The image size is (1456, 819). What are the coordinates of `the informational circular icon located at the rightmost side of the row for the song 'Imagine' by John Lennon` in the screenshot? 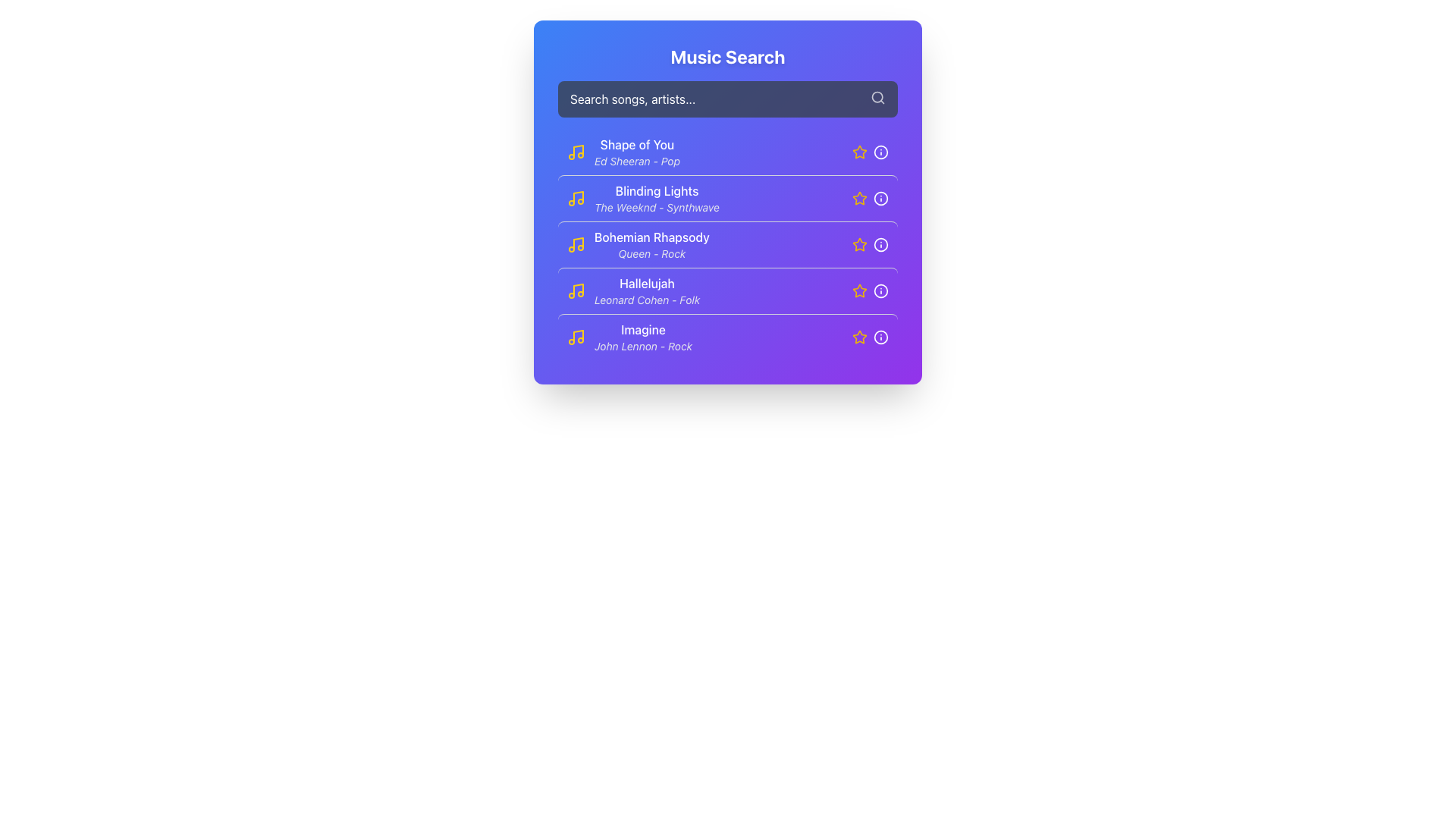 It's located at (880, 336).